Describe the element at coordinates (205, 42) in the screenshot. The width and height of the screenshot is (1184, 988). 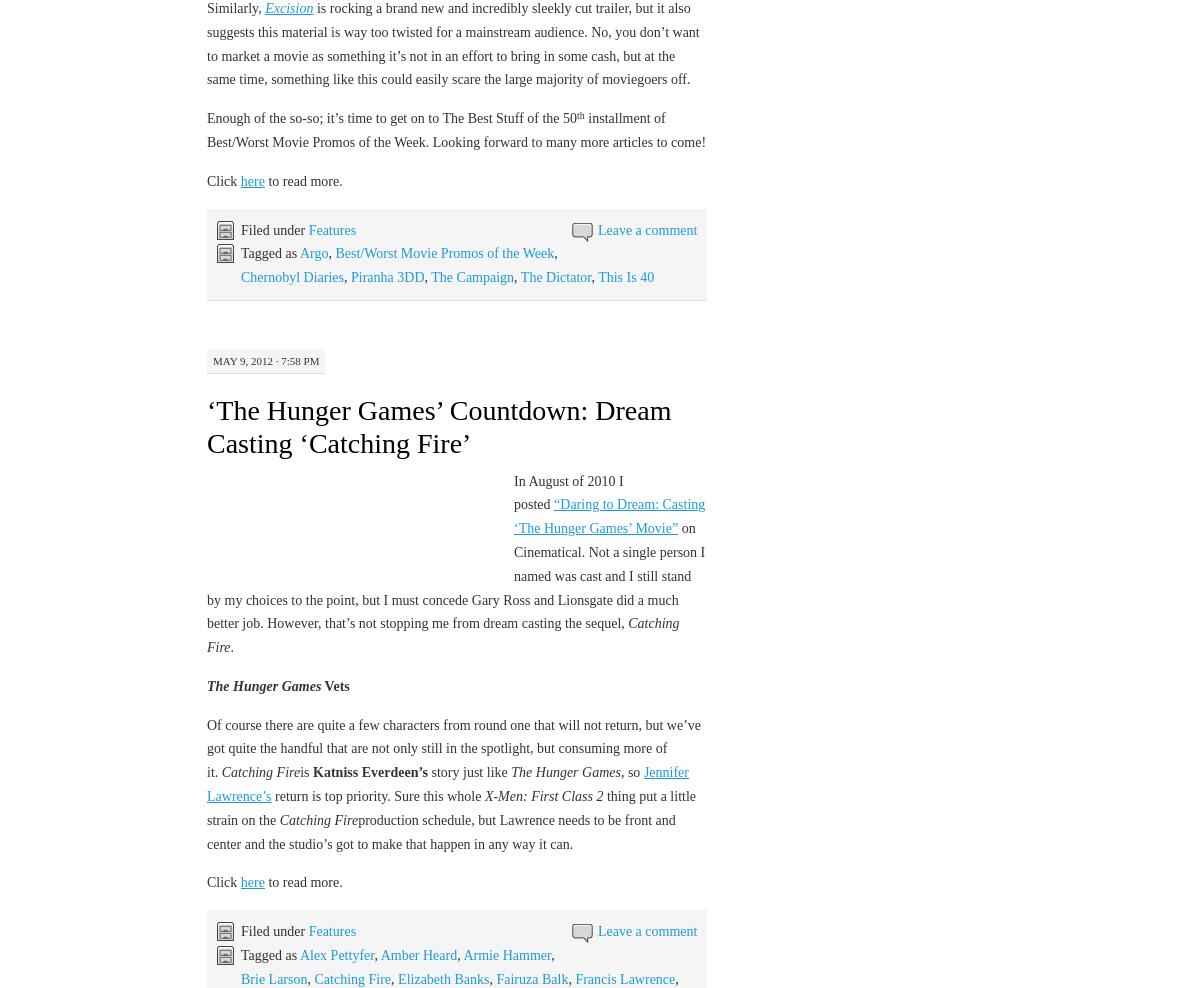
I see `'is rocking a brand new and incredibly sleekly cut trailer, but it also suggests this material is way too twisted for a mainstream audience. No, you don’t want to market a movie as something it’s not in an effort to bring in some cash, but at the same time, something like this could easily scare the large majority of moviegoers off.'` at that location.